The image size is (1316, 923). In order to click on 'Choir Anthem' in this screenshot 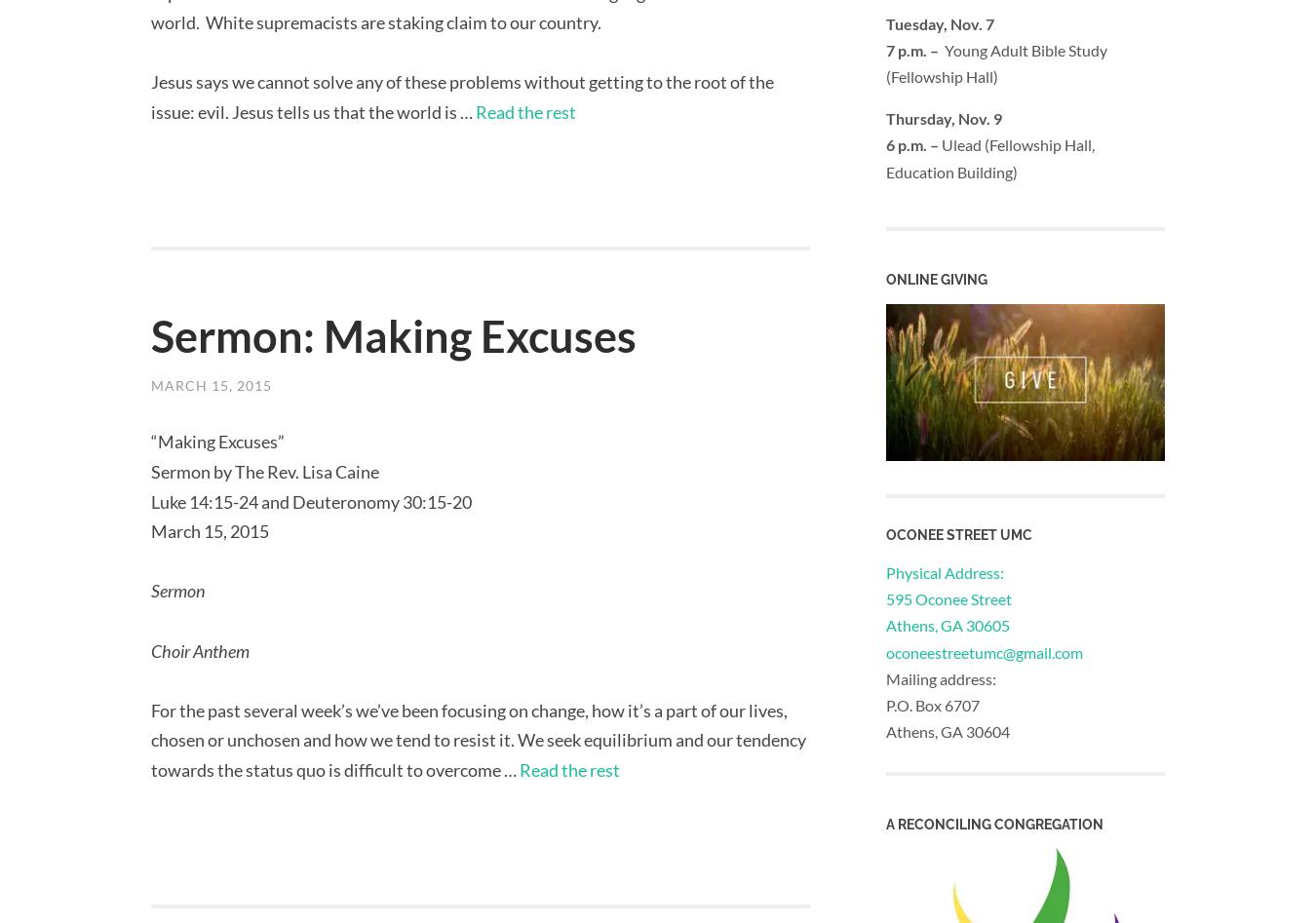, I will do `click(150, 648)`.